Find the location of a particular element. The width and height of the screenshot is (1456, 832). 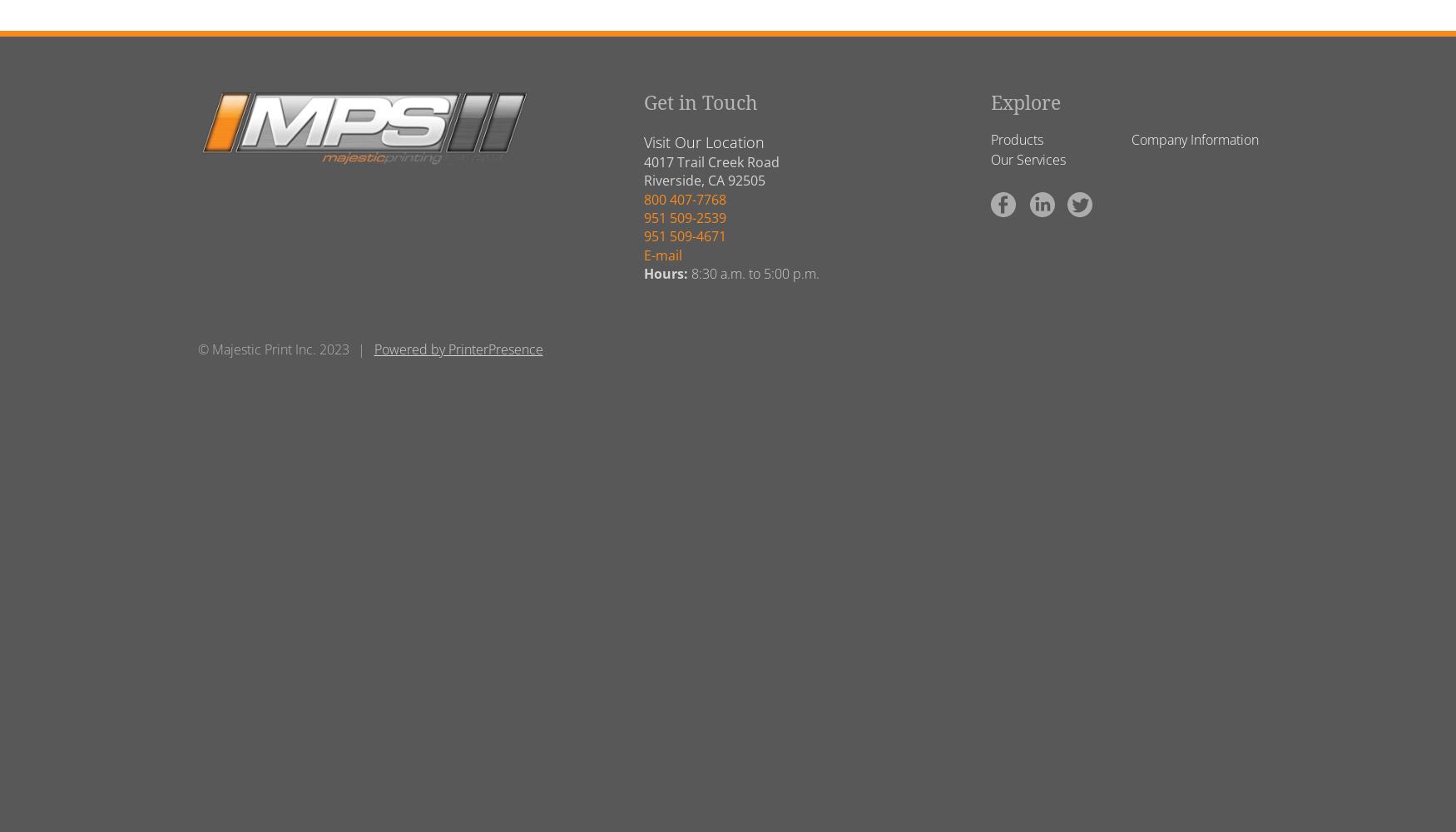

'© Majestic Print Inc. 2023' is located at coordinates (272, 349).